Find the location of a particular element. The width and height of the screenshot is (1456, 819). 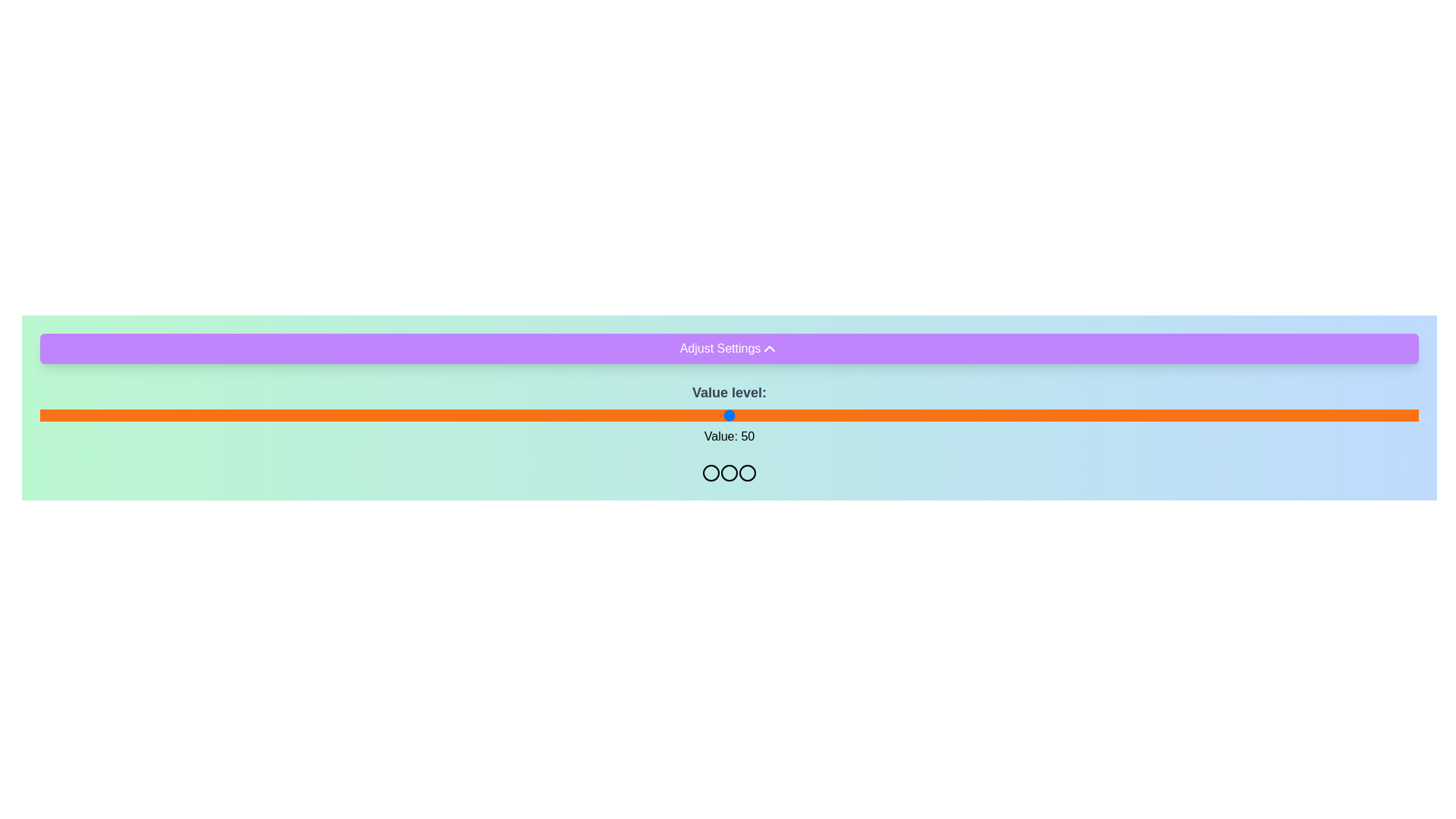

the slider to set its value to 14 is located at coordinates (232, 415).